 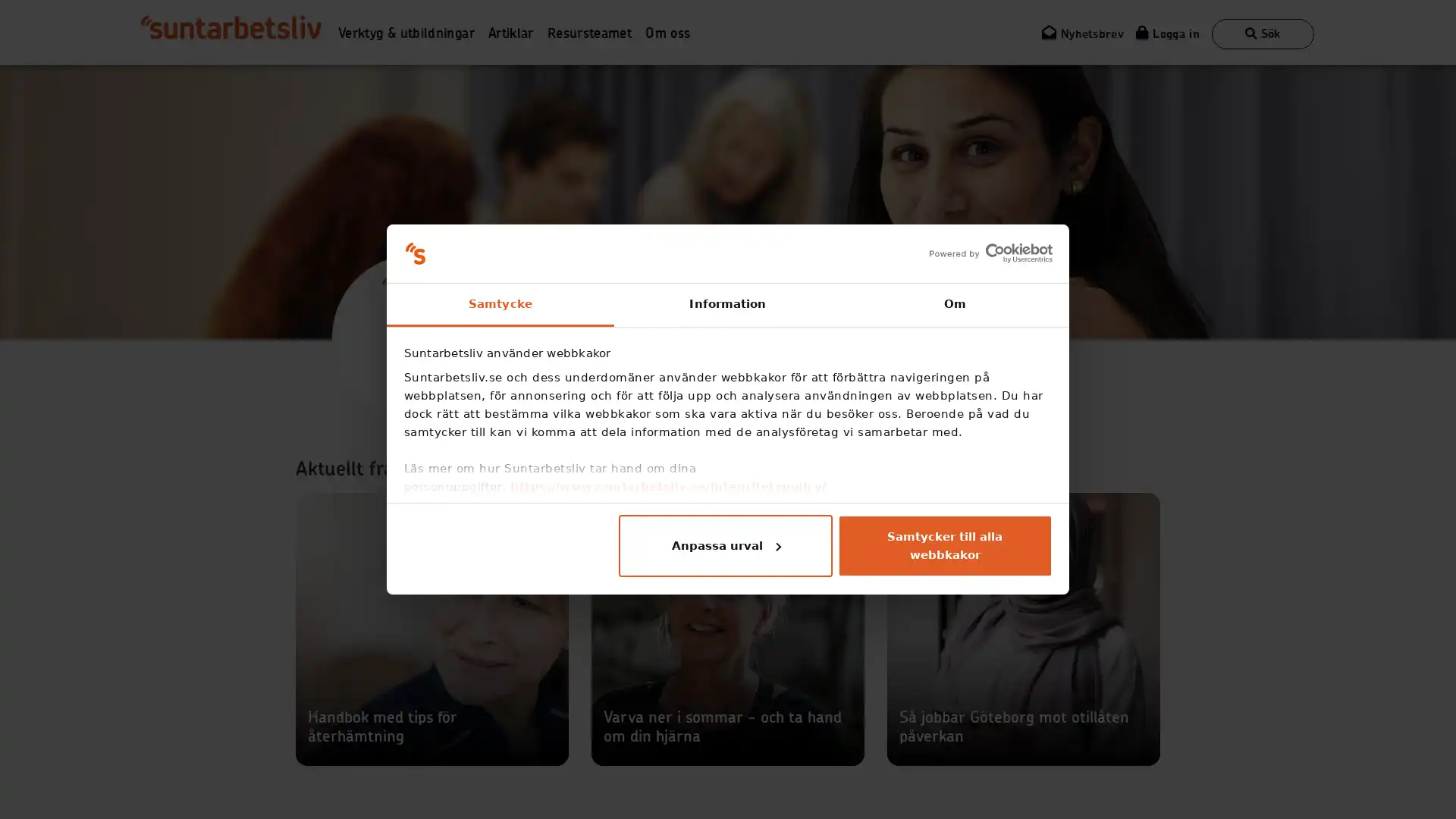 I want to click on Visa sokruta Sok, so click(x=1262, y=33).